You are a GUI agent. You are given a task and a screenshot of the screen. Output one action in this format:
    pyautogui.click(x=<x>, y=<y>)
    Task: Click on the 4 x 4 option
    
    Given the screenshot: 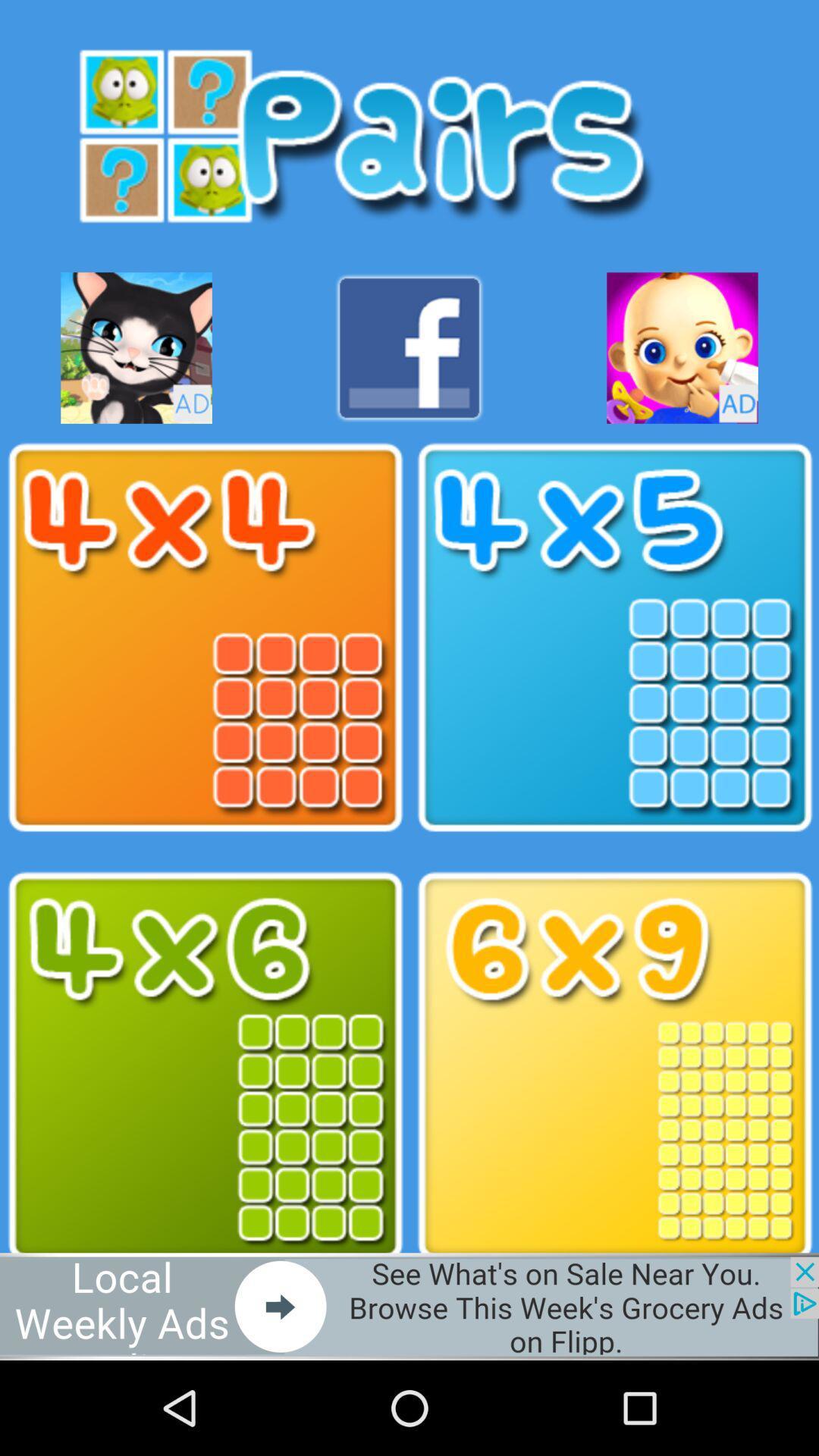 What is the action you would take?
    pyautogui.click(x=205, y=638)
    